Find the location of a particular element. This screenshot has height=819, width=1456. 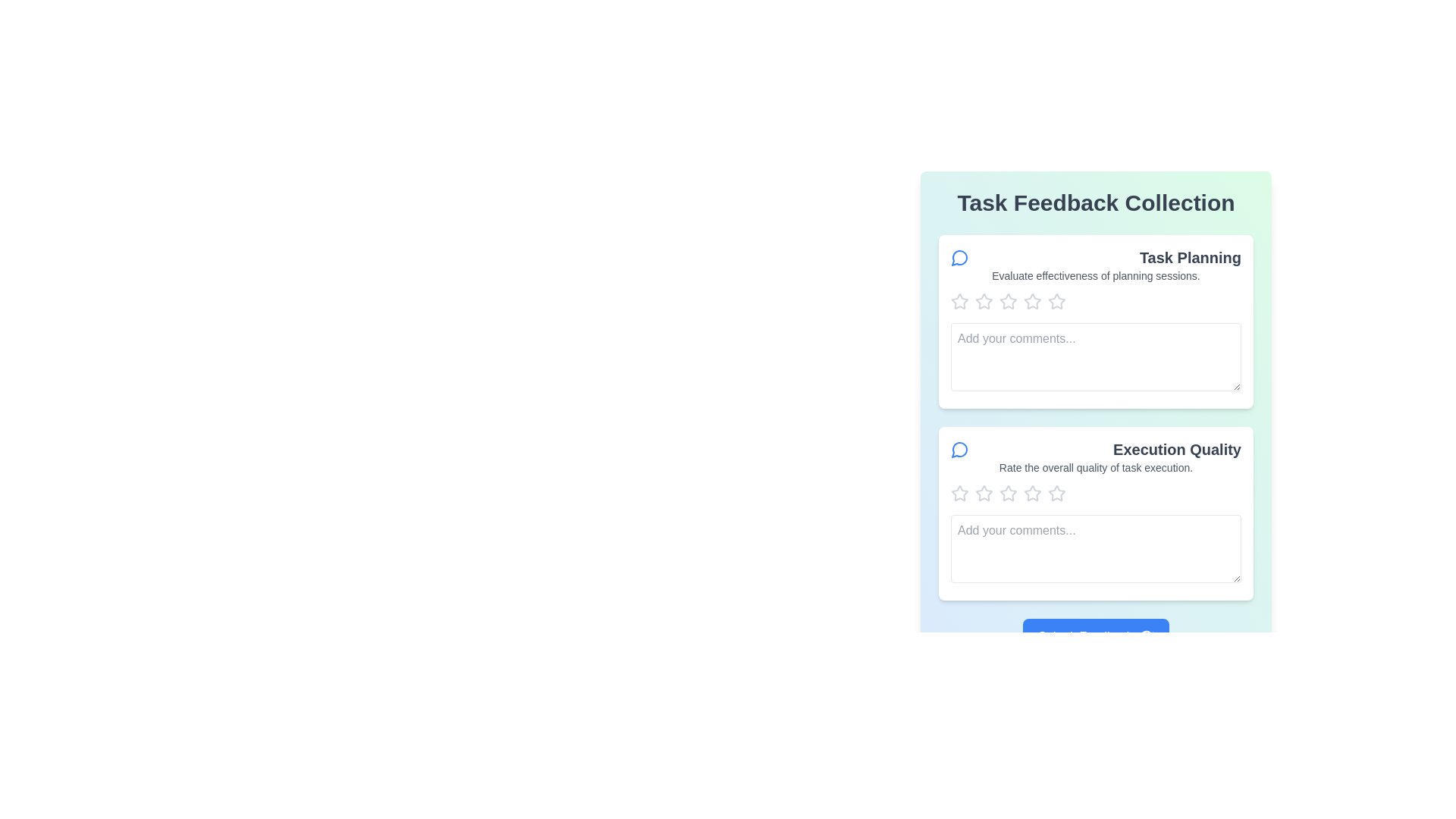

the sixth star icon in the 'Execution Quality' rating system is located at coordinates (1032, 494).